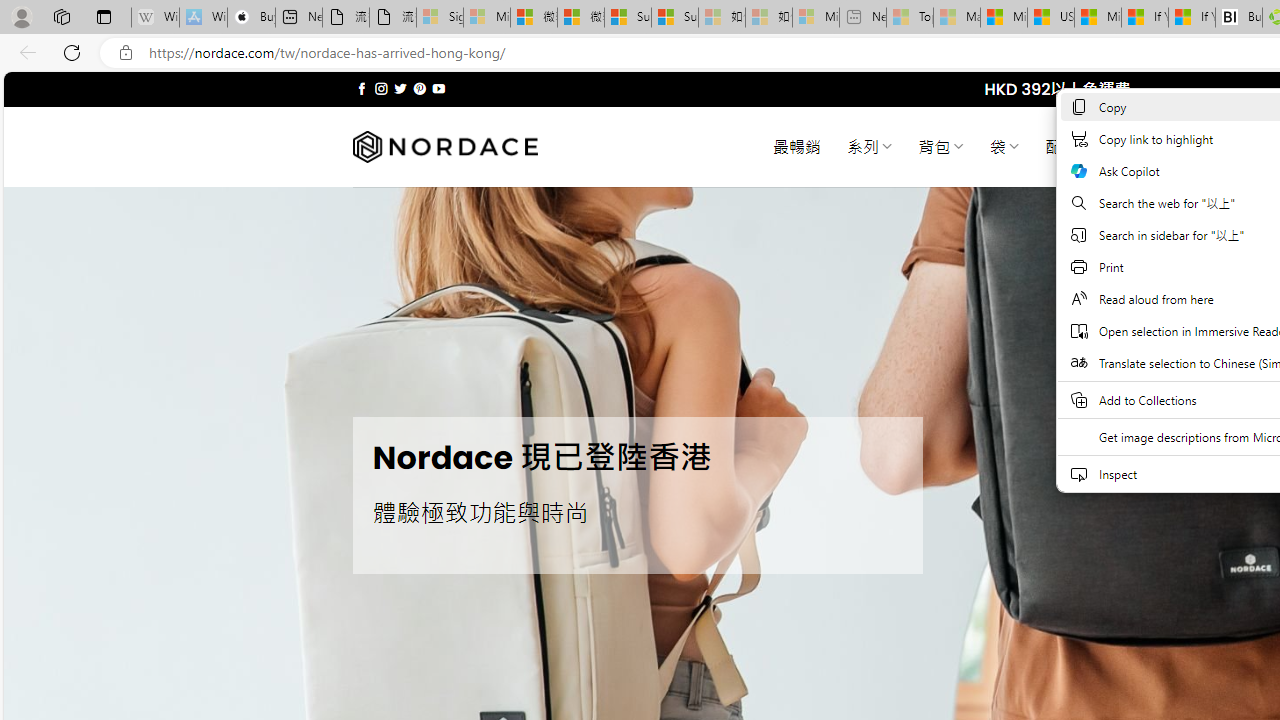 Image resolution: width=1280 pixels, height=720 pixels. What do you see at coordinates (418, 88) in the screenshot?
I see `'Follow on Pinterest'` at bounding box center [418, 88].